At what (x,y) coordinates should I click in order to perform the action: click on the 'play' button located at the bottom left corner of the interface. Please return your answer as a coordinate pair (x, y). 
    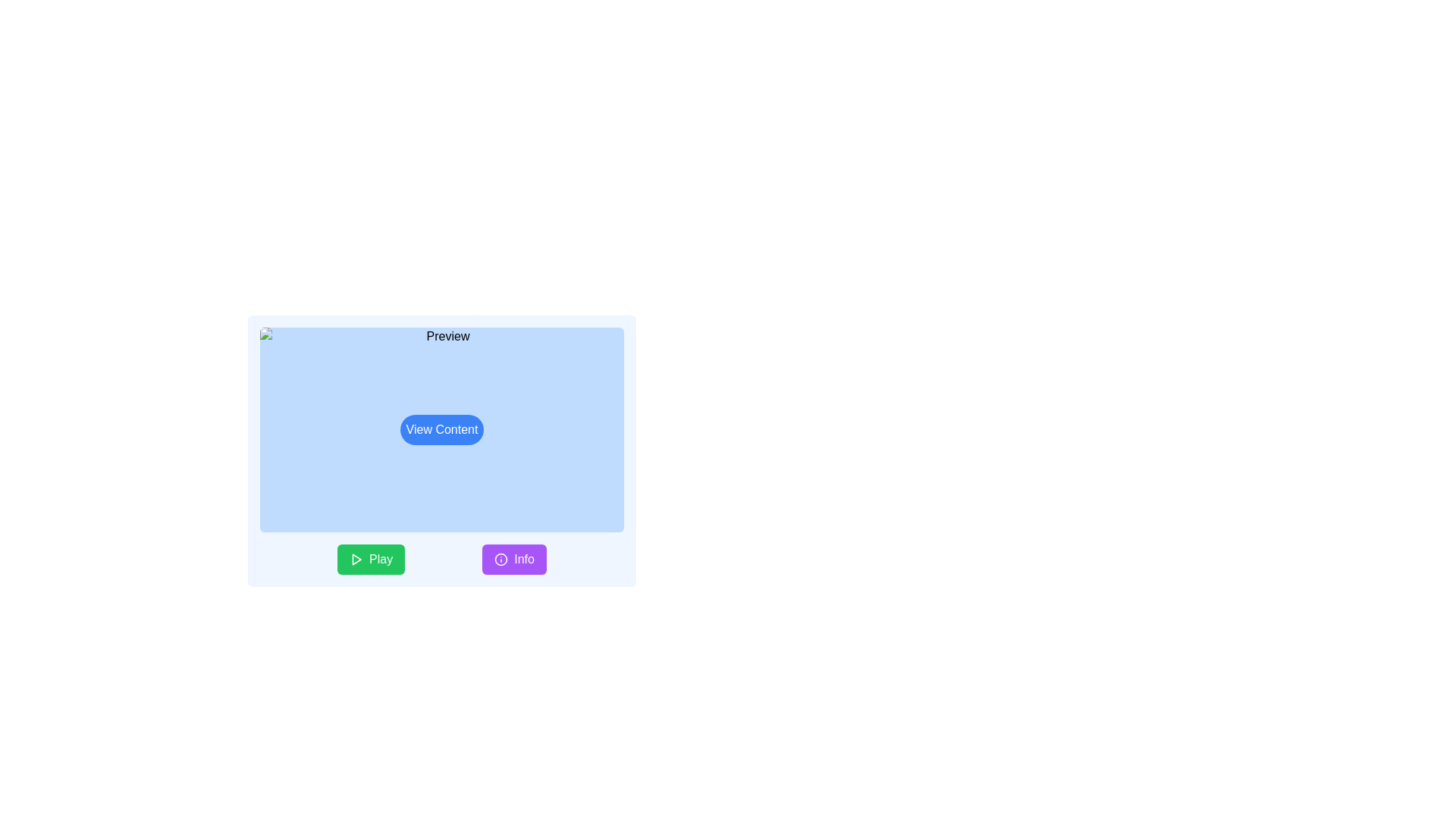
    Looking at the image, I should click on (371, 559).